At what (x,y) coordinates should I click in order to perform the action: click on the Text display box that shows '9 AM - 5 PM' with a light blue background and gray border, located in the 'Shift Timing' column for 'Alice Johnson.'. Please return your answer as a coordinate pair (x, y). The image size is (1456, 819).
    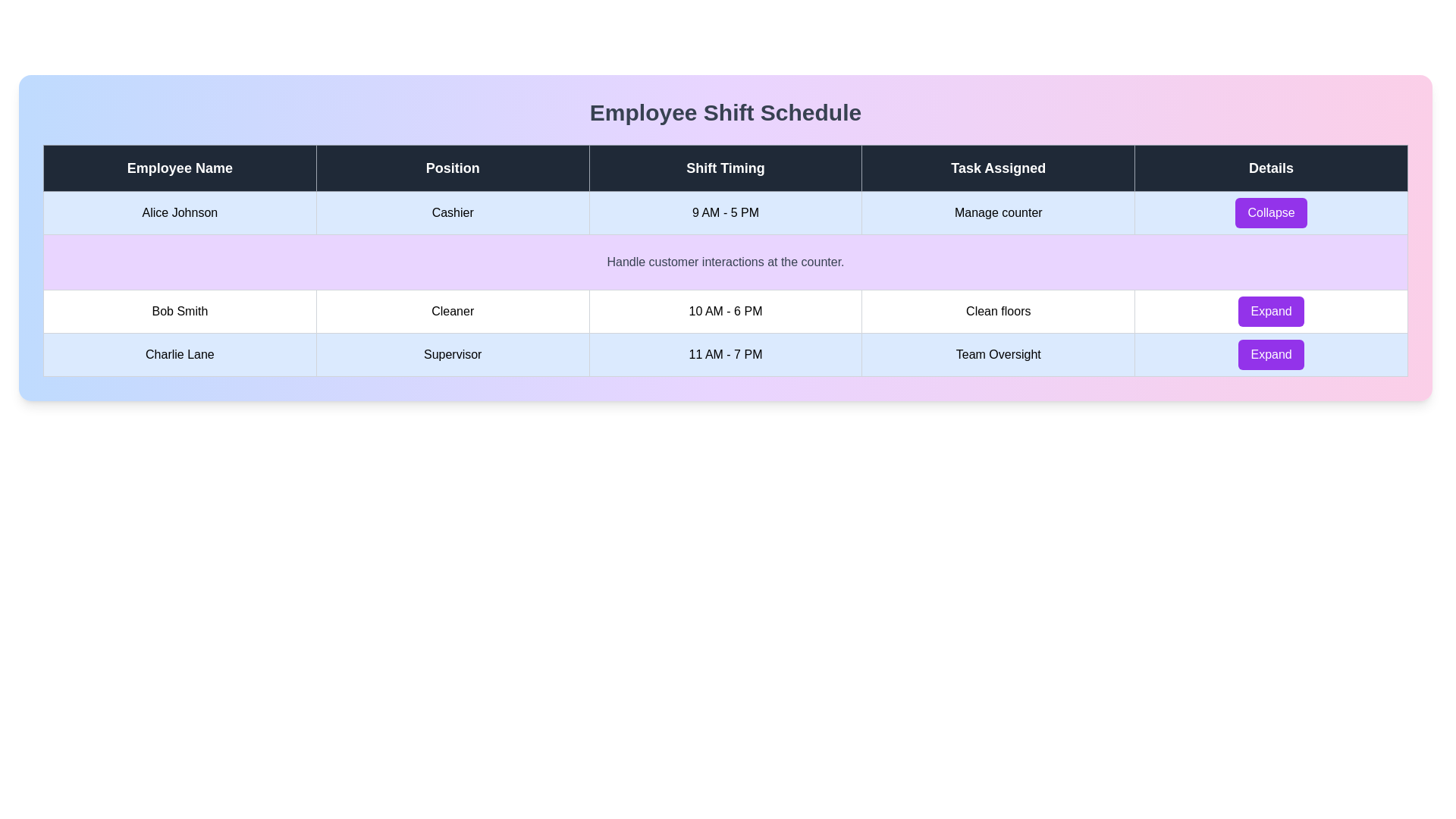
    Looking at the image, I should click on (724, 213).